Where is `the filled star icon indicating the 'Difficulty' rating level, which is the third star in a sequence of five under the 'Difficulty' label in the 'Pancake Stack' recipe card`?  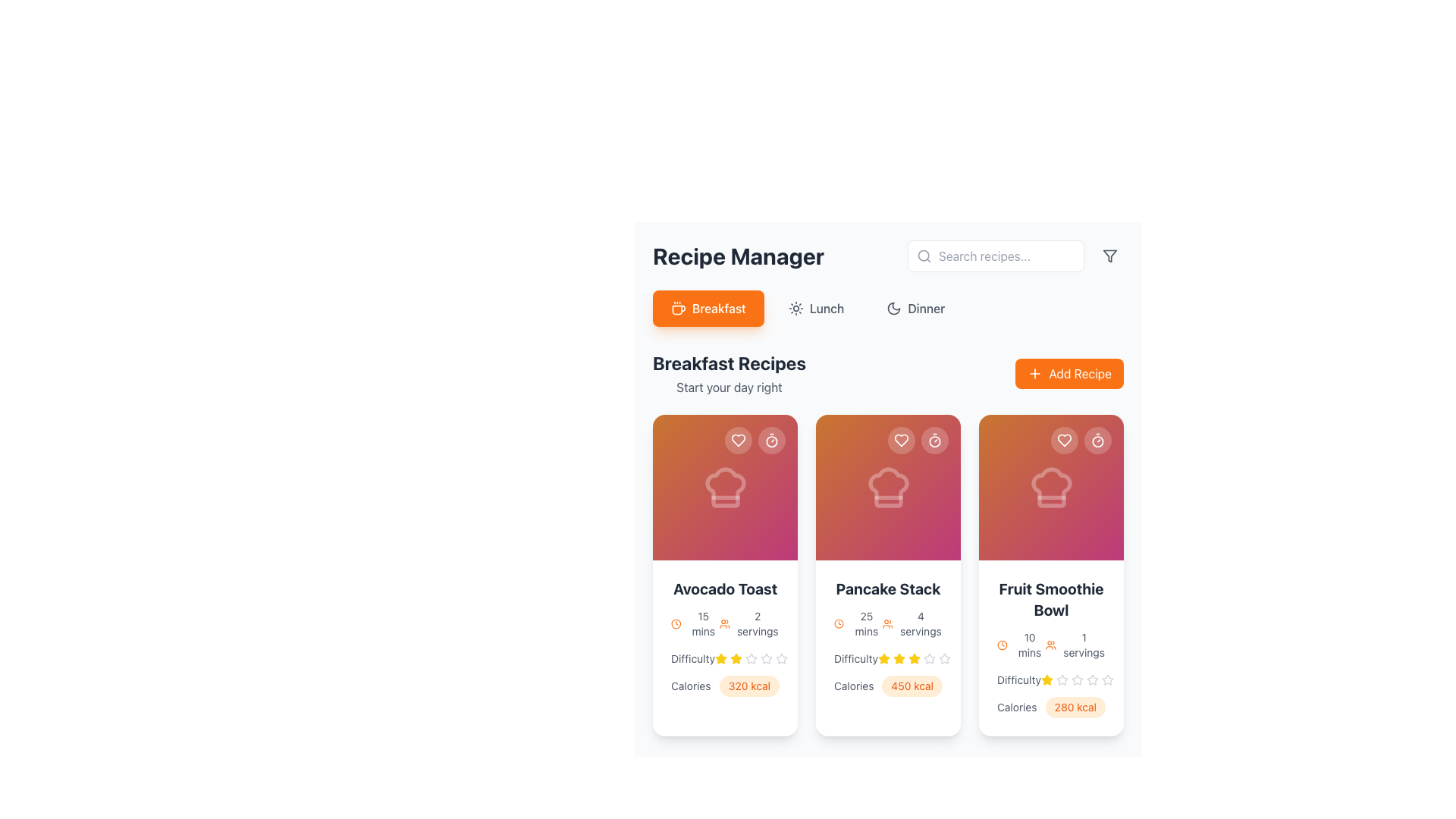 the filled star icon indicating the 'Difficulty' rating level, which is the third star in a sequence of five under the 'Difficulty' label in the 'Pancake Stack' recipe card is located at coordinates (899, 657).